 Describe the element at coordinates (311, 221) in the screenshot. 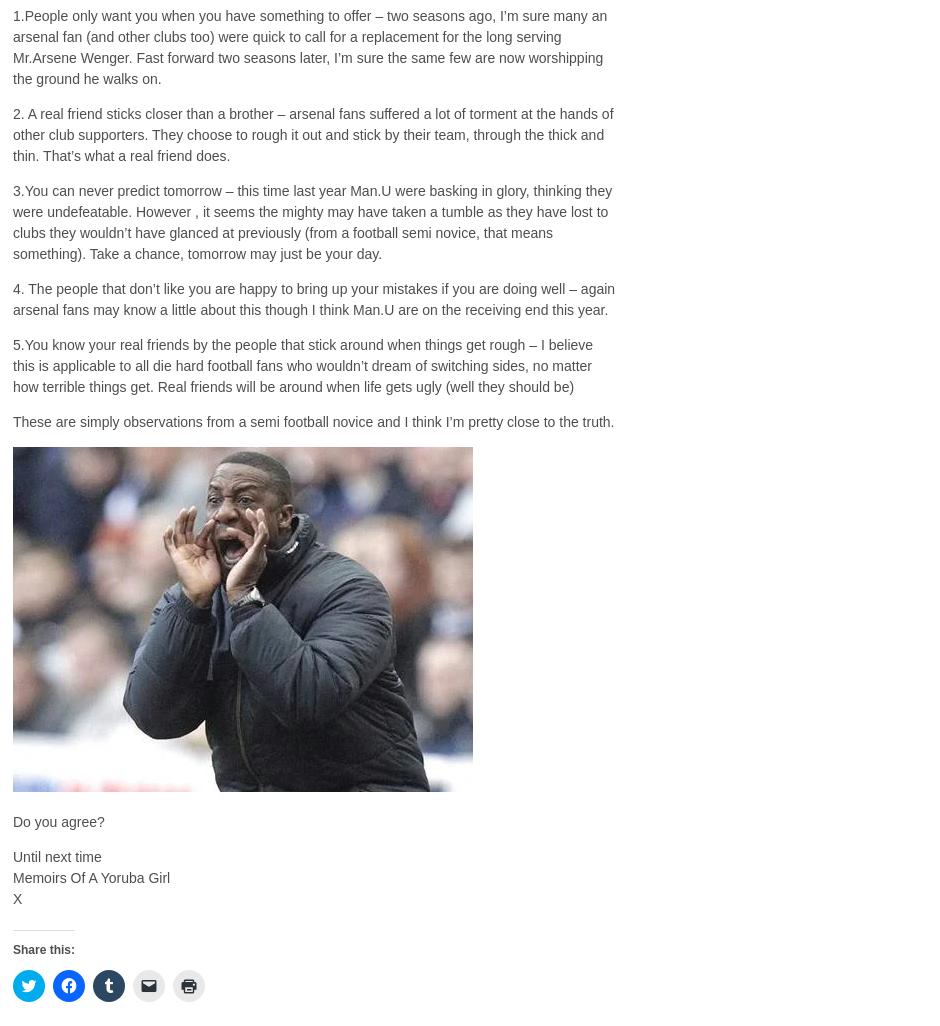

I see `'3.You can never predict tomorrow – this time last year Man.U were basking in glory, thinking they were undefeatable. However , it seems the mighty may have taken a tumble as they have lost to clubs they wouldn’t have glanced at previously (from a football semi novice, that means something). Take a chance, tomorrow may just be your day.'` at that location.